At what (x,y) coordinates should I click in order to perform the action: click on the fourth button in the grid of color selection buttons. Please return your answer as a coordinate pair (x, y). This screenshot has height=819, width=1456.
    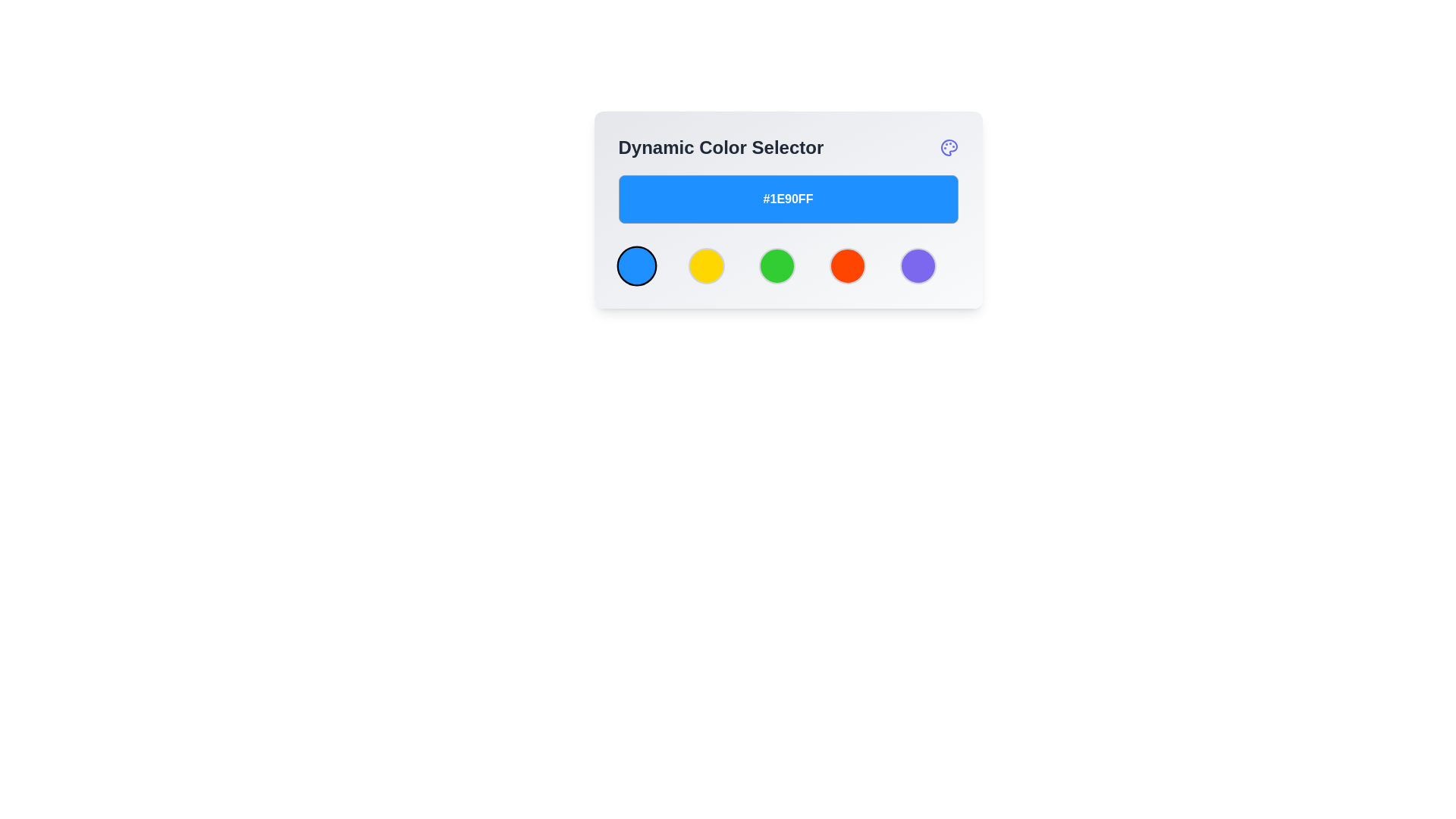
    Looking at the image, I should click on (846, 265).